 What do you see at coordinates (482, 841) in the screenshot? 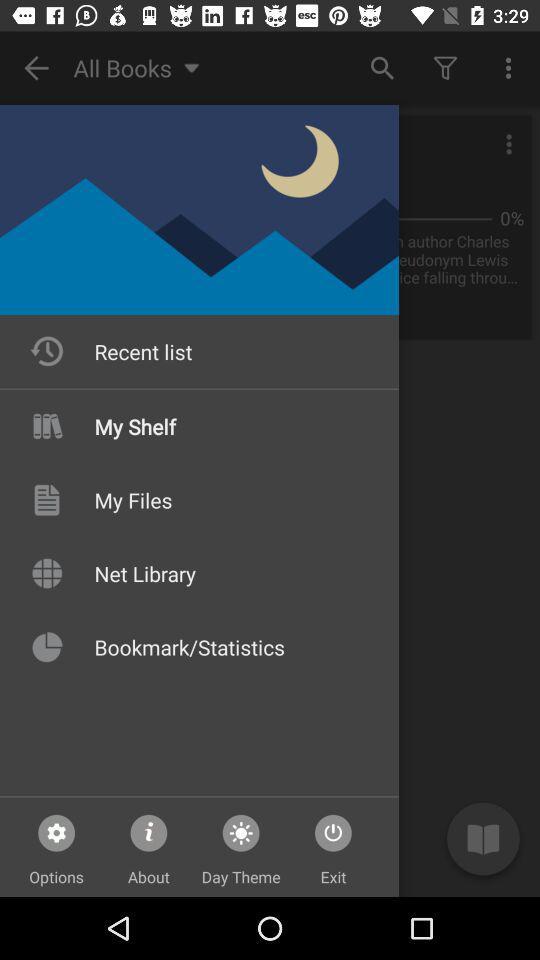
I see `the book icon` at bounding box center [482, 841].